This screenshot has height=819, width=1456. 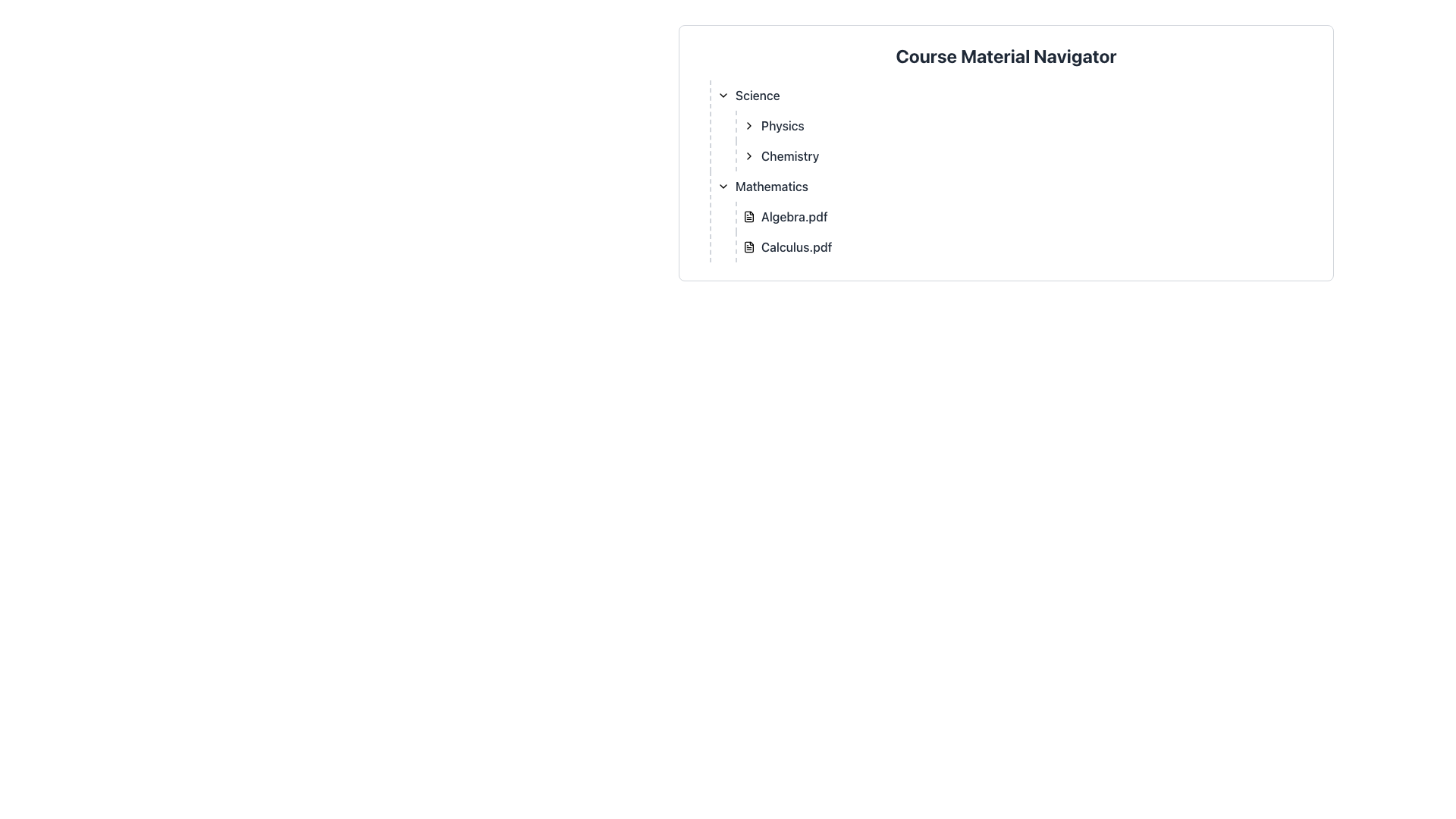 I want to click on the Chevron icon (navigation toggle), so click(x=749, y=124).